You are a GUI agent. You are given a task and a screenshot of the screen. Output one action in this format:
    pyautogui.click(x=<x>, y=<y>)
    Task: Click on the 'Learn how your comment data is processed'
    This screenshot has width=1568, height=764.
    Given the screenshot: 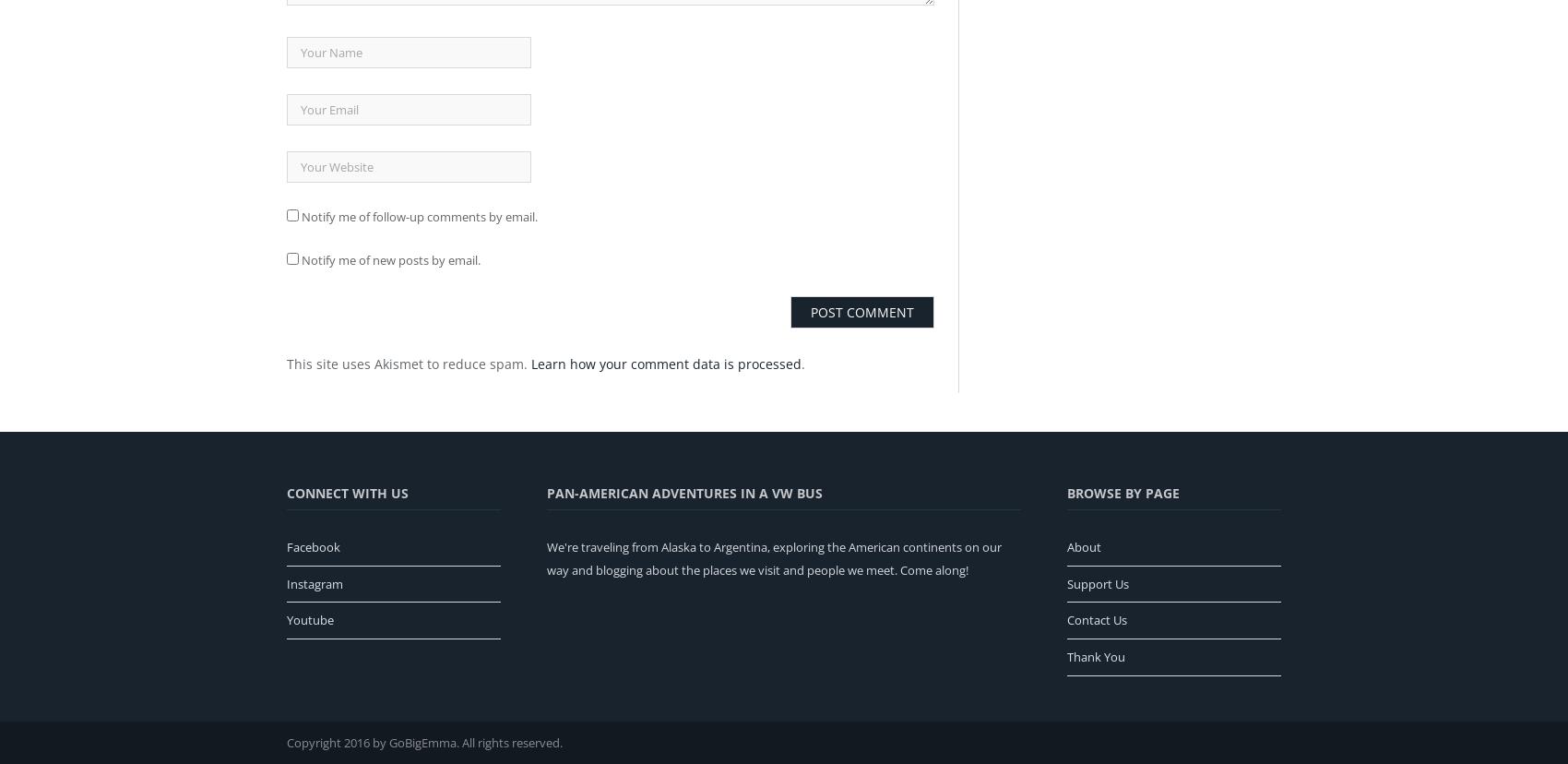 What is the action you would take?
    pyautogui.click(x=666, y=362)
    